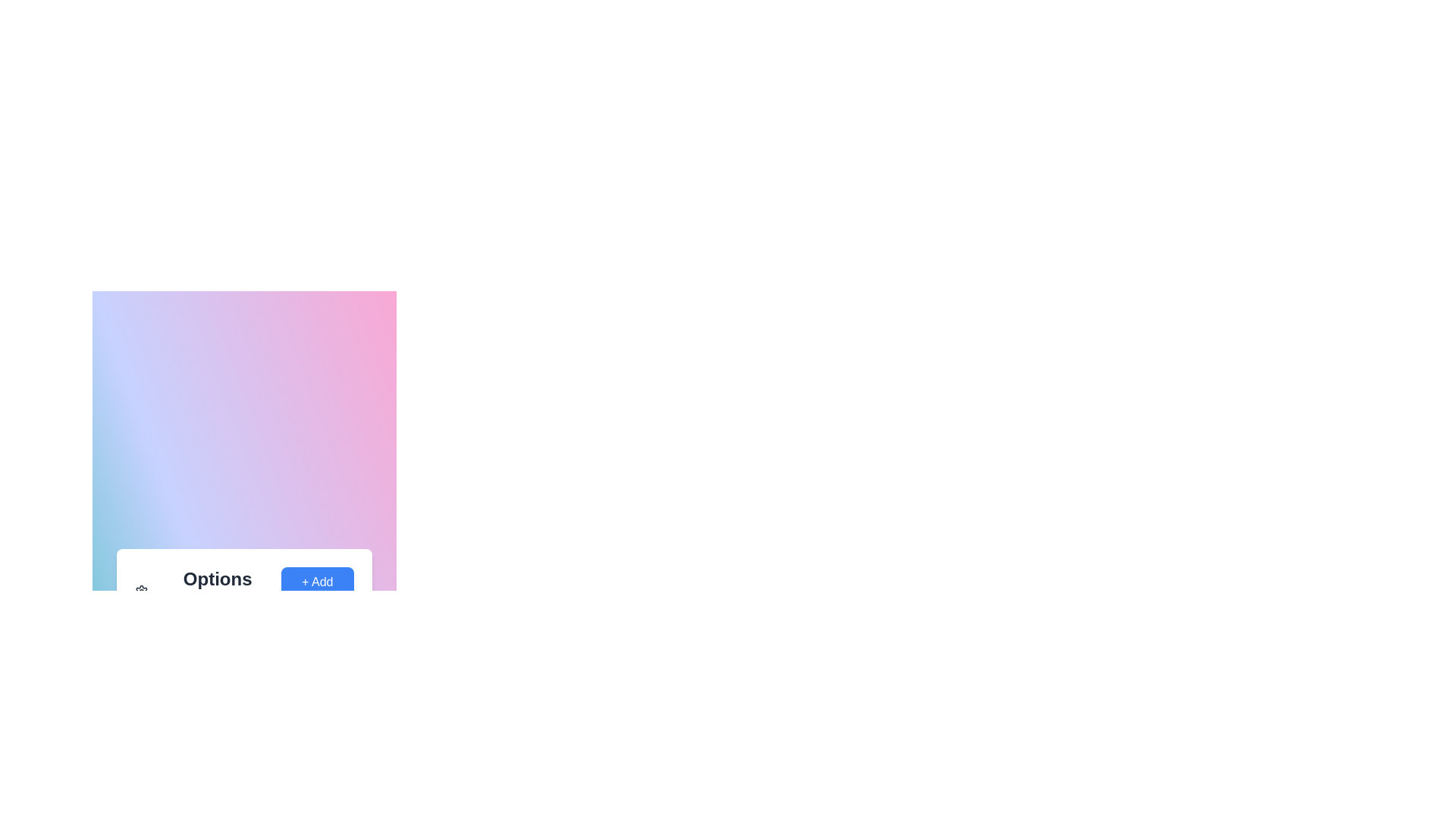 Image resolution: width=1456 pixels, height=819 pixels. I want to click on the leftmost settings icon adjacent to the 'Options' text, so click(141, 590).